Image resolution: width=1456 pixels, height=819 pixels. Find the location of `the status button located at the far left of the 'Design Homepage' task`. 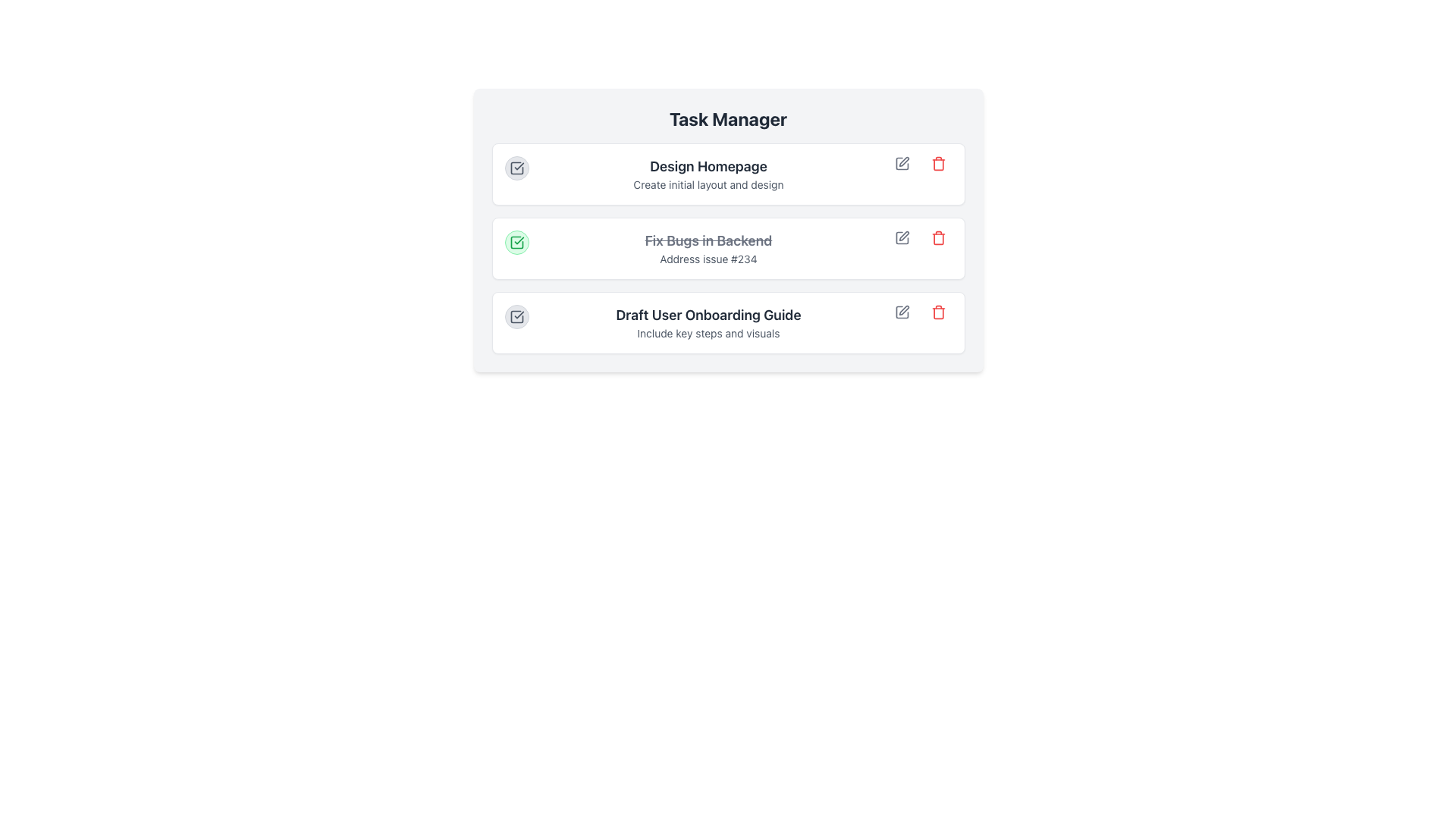

the status button located at the far left of the 'Design Homepage' task is located at coordinates (516, 168).